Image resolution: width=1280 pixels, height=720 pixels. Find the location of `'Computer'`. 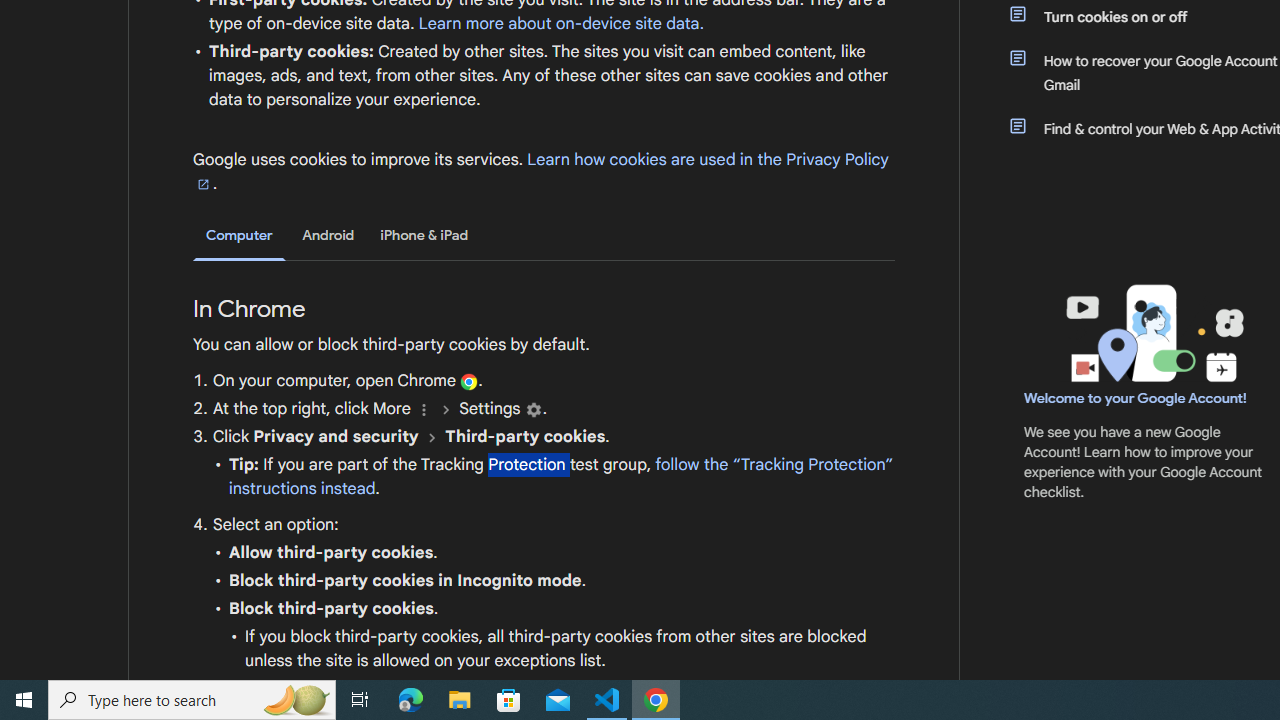

'Computer' is located at coordinates (239, 235).